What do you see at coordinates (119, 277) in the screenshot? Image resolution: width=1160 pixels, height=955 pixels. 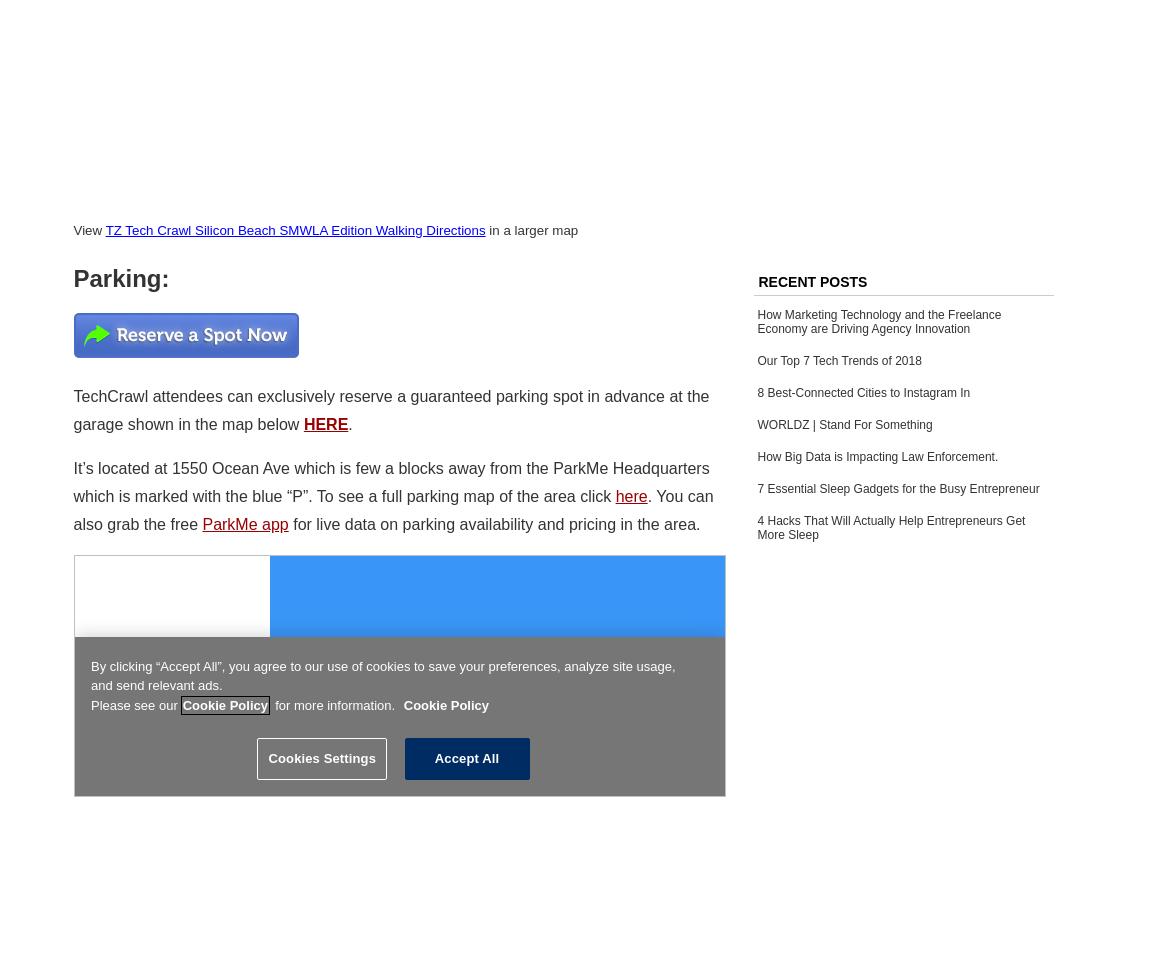 I see `'Parking:'` at bounding box center [119, 277].